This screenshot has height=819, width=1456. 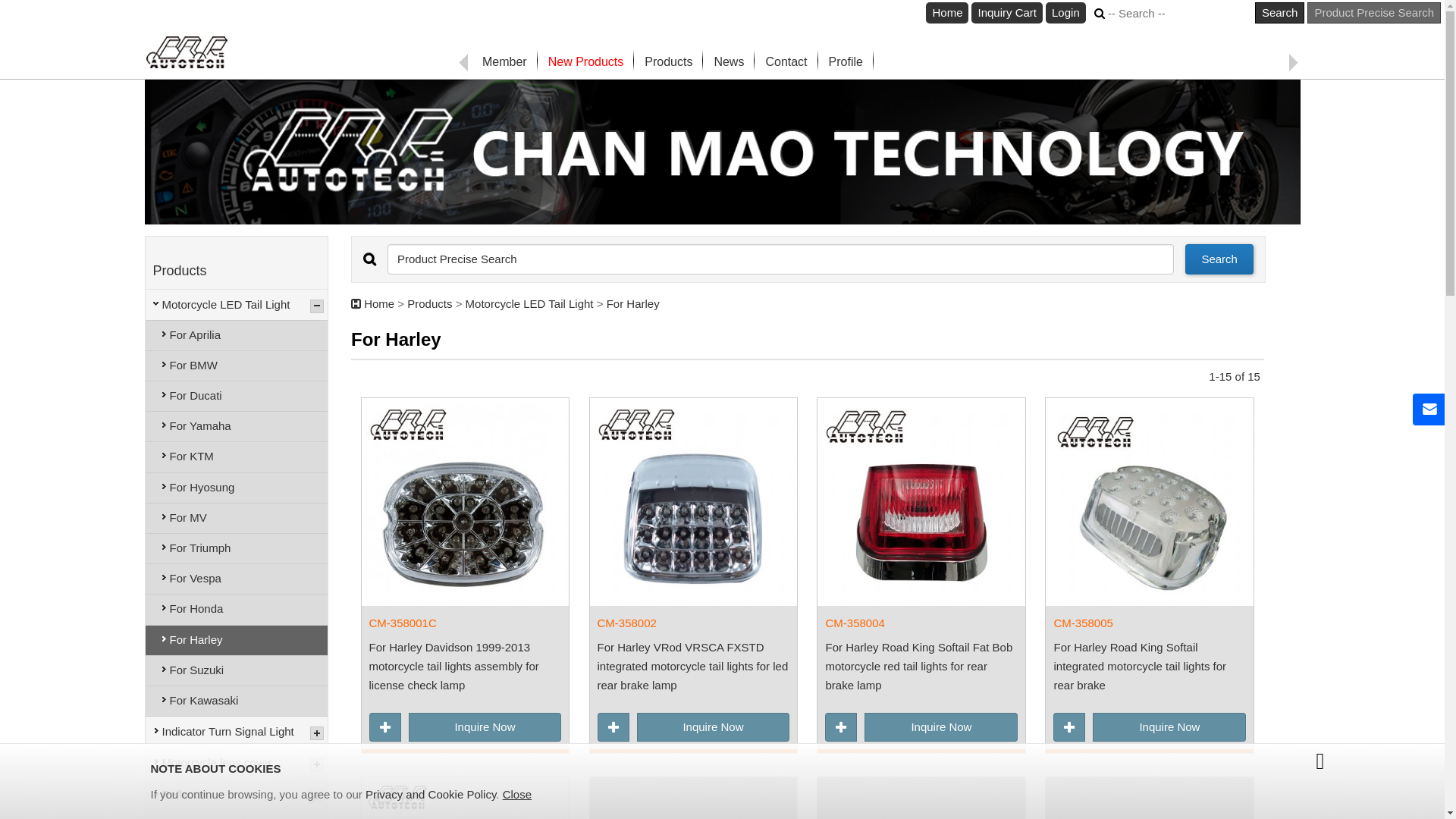 I want to click on 'Product Precise Search', so click(x=1374, y=12).